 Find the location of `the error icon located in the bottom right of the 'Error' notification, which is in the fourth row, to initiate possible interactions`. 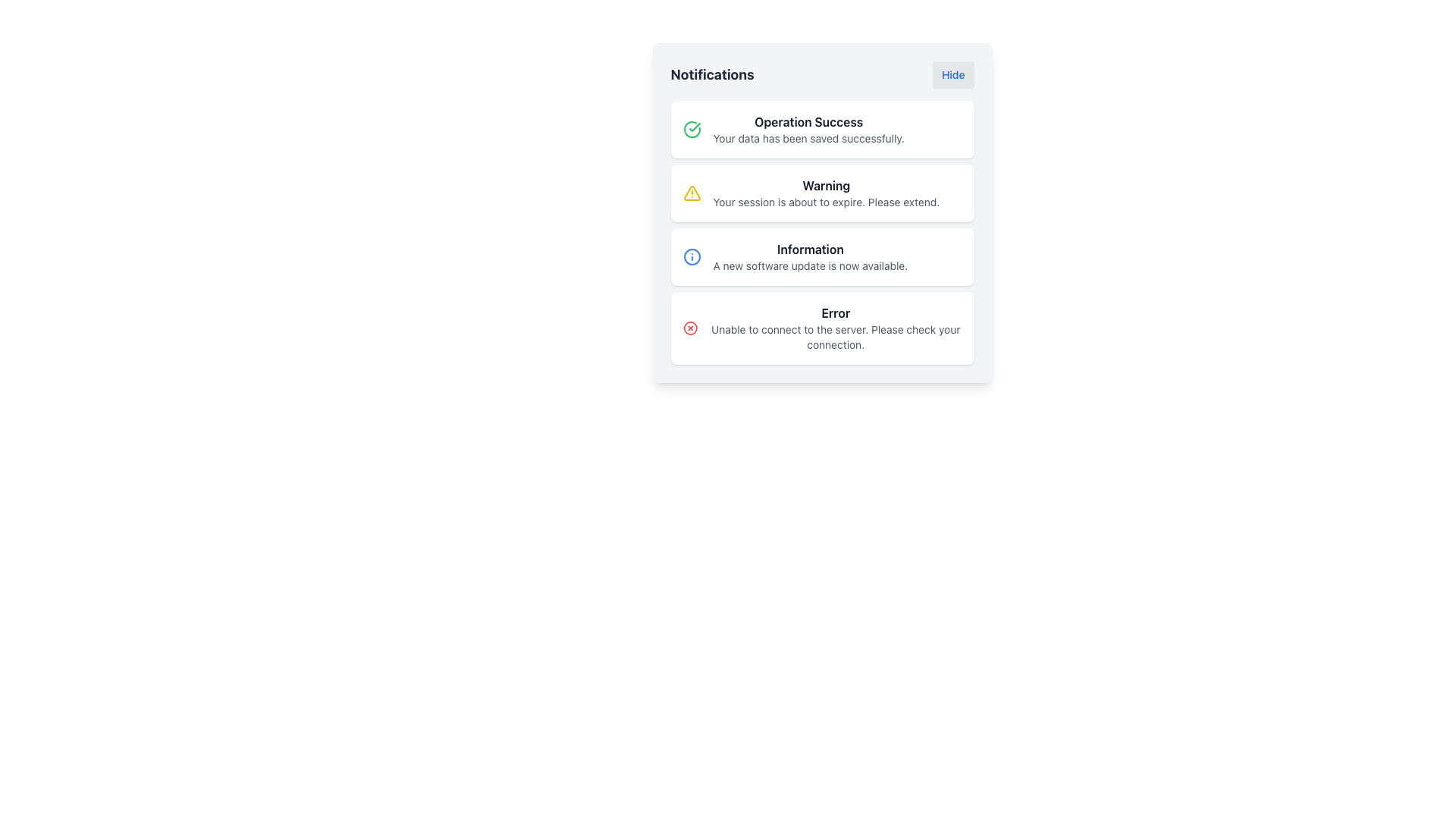

the error icon located in the bottom right of the 'Error' notification, which is in the fourth row, to initiate possible interactions is located at coordinates (689, 327).